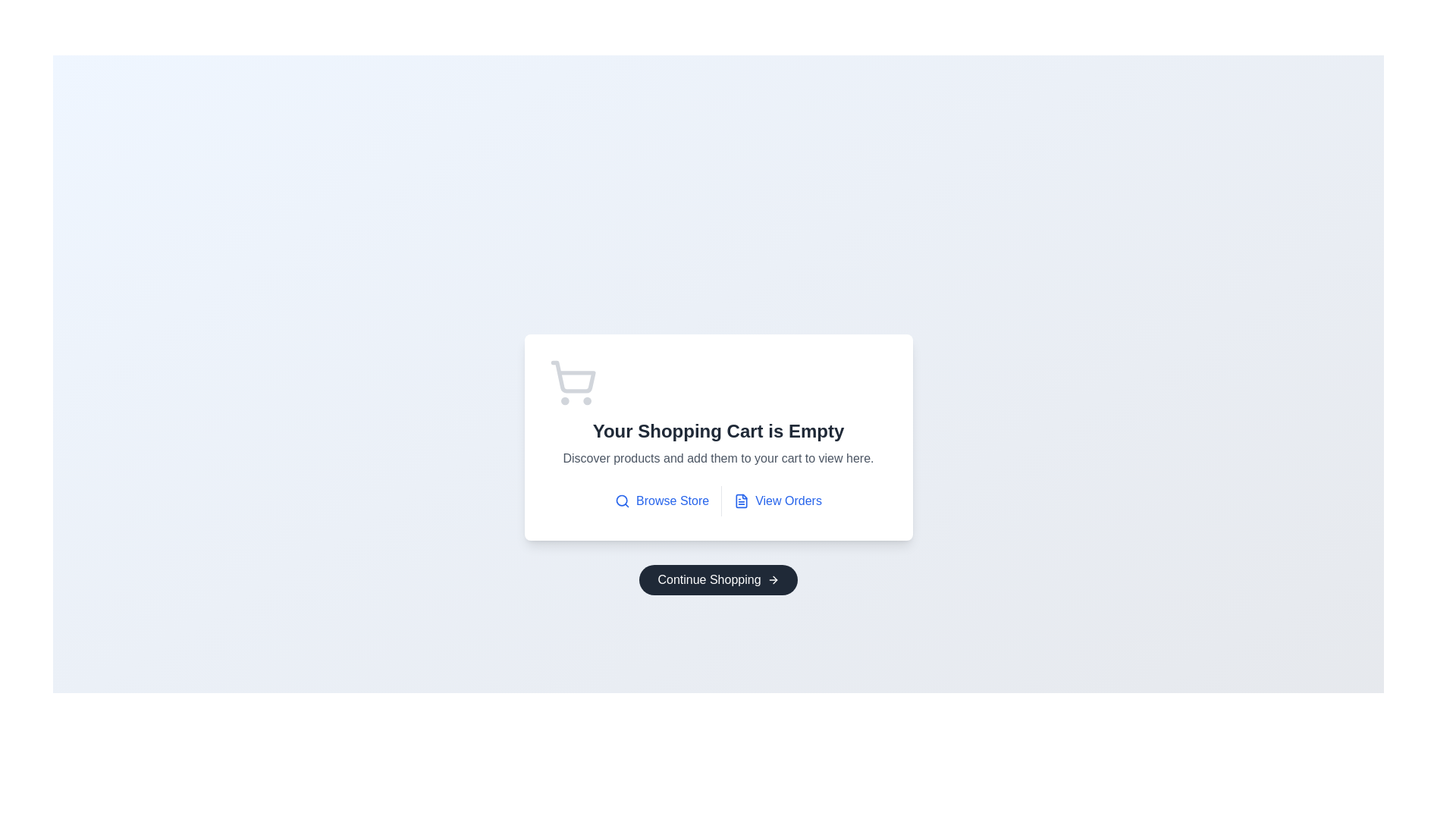 The height and width of the screenshot is (819, 1456). I want to click on the 'Browse Store' button, which is a blue rectangular button located below the message 'Your Shopping Cart is Empty'. It is positioned to the left of the 'View Orders' button and features a search icon on the left, so click(662, 500).